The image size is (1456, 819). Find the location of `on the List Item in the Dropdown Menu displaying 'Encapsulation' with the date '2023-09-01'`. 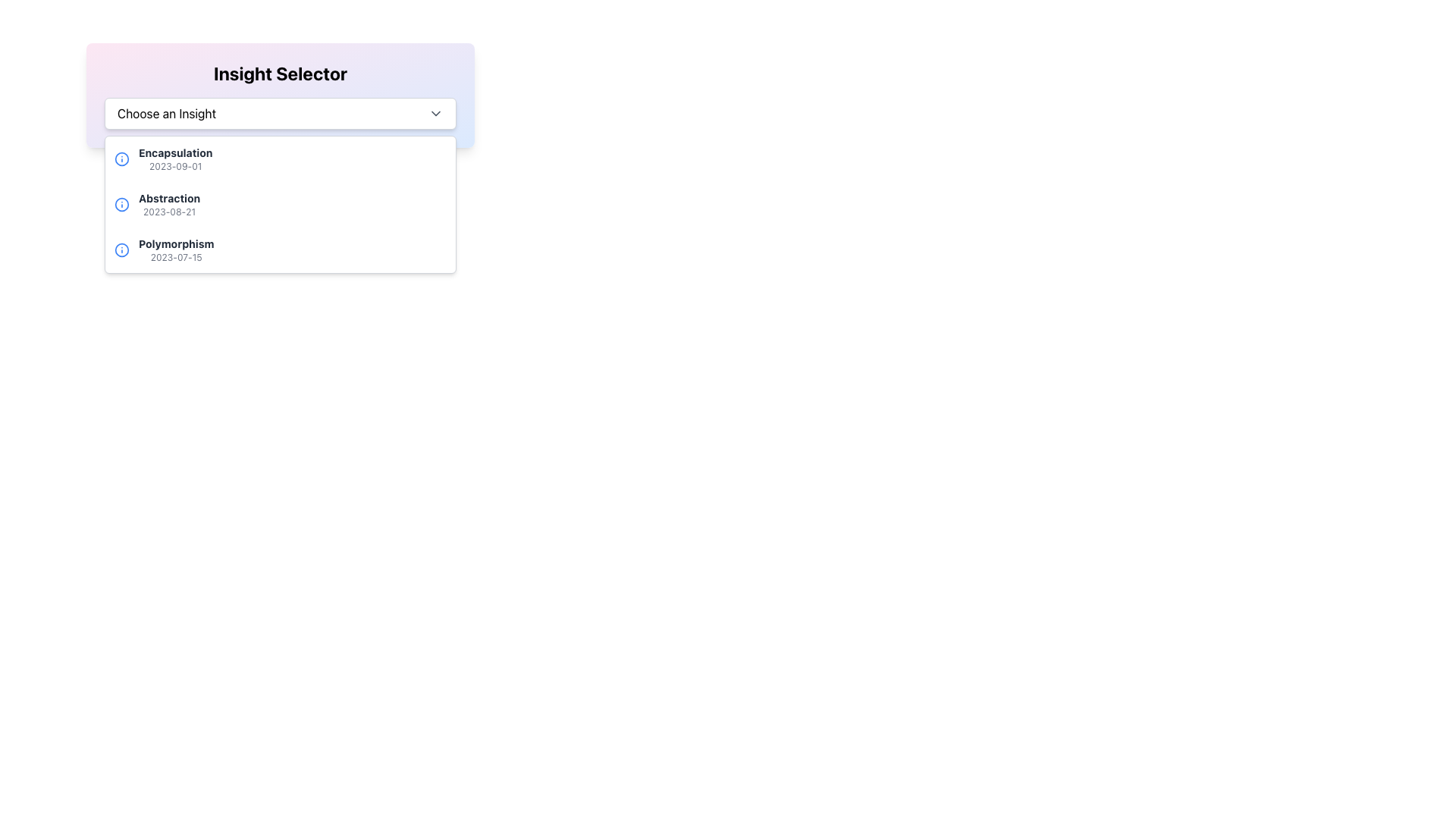

on the List Item in the Dropdown Menu displaying 'Encapsulation' with the date '2023-09-01' is located at coordinates (175, 158).